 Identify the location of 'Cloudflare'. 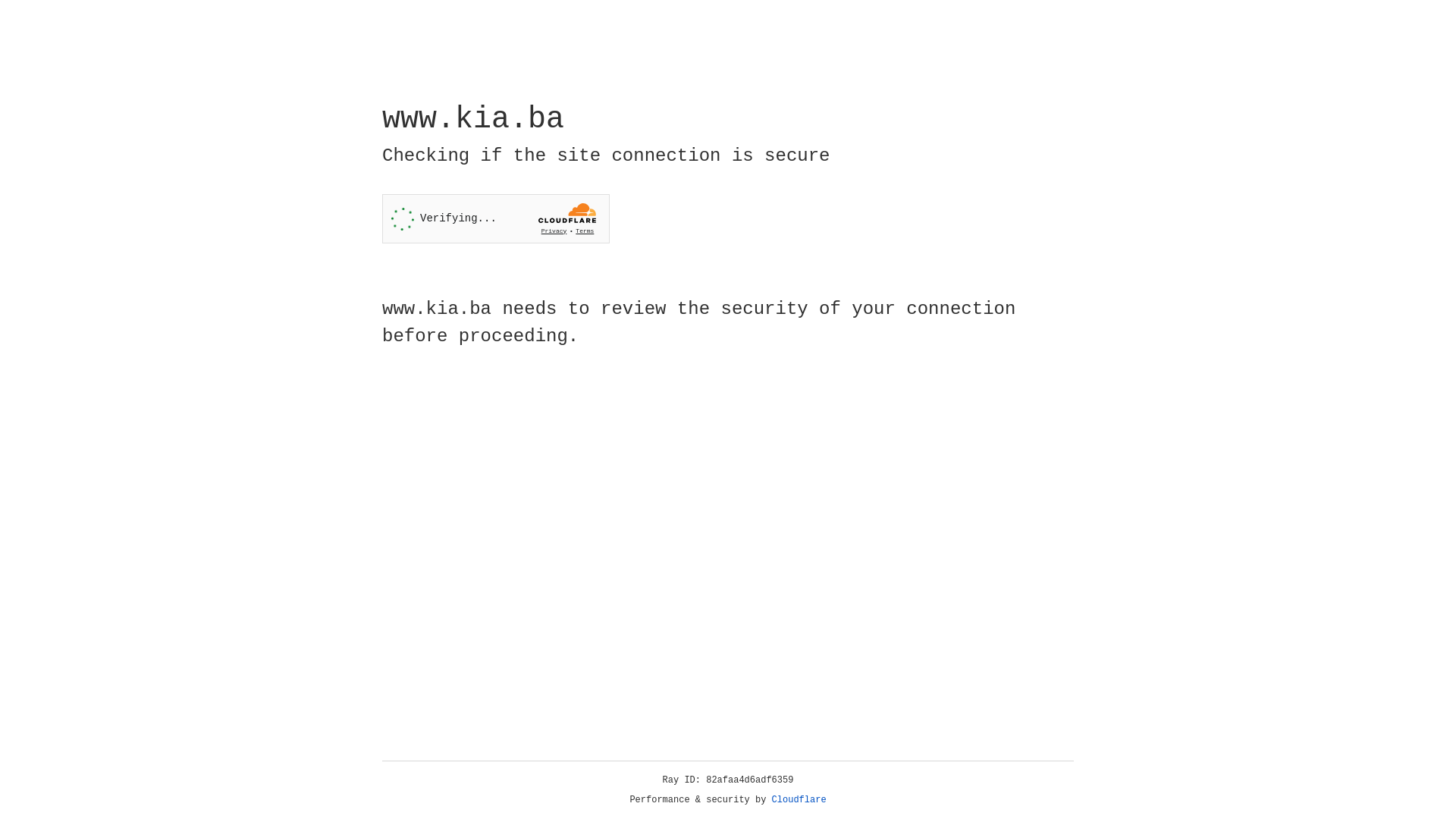
(799, 799).